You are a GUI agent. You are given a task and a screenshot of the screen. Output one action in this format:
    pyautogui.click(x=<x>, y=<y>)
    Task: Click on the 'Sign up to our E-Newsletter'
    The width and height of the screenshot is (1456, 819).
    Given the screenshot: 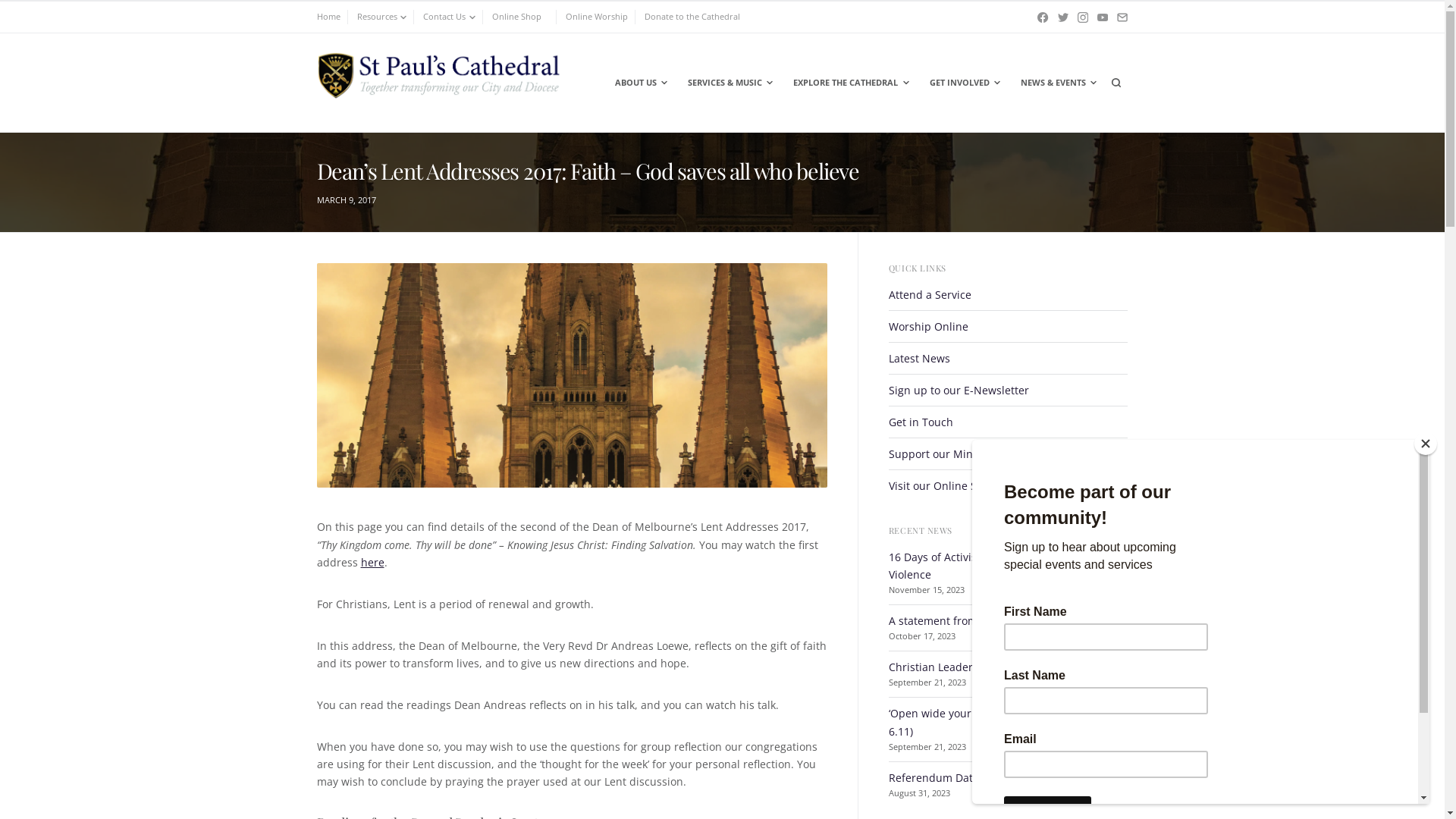 What is the action you would take?
    pyautogui.click(x=958, y=389)
    